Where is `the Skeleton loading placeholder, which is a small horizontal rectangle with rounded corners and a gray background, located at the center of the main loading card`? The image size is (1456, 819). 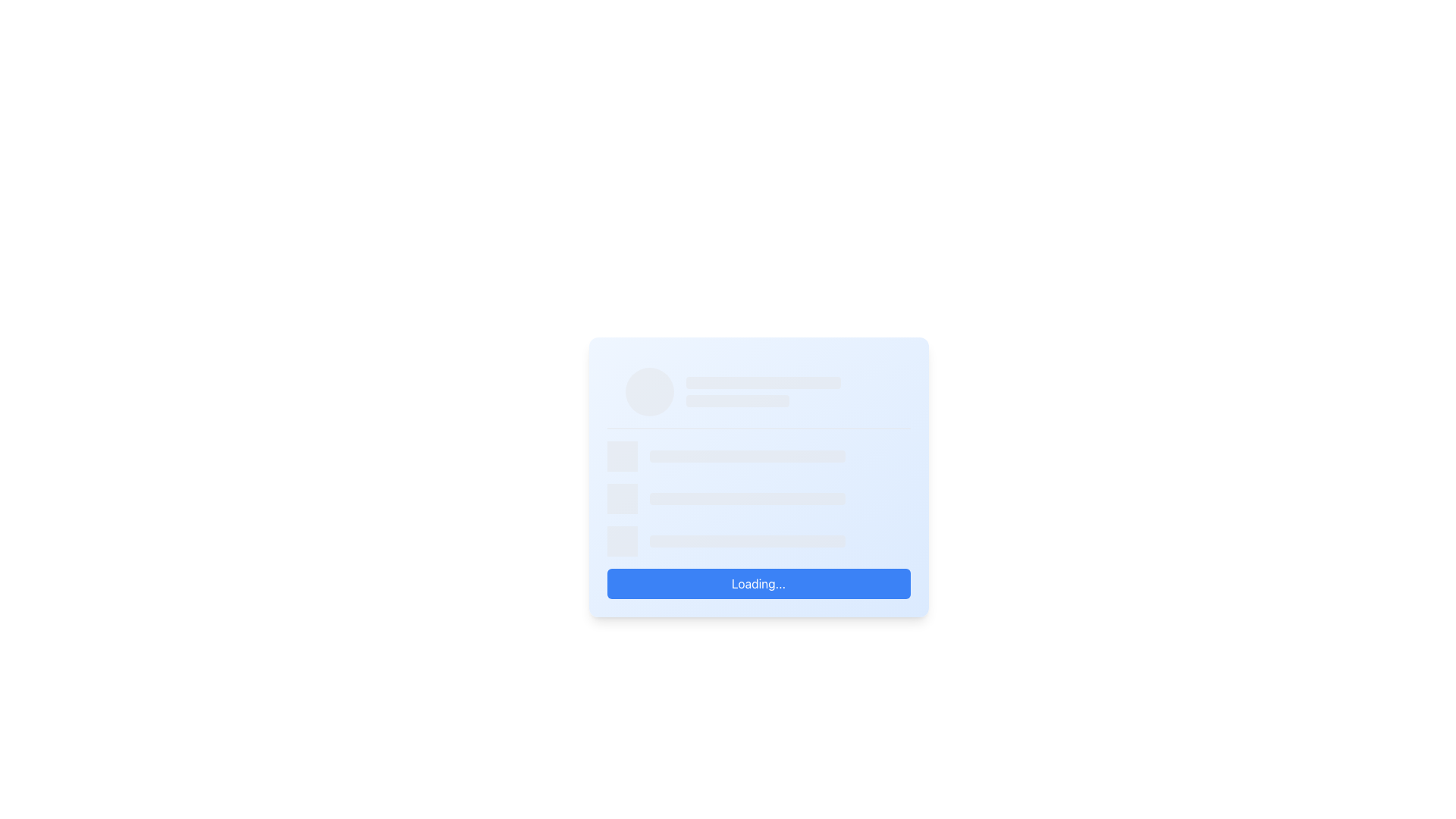
the Skeleton loading placeholder, which is a small horizontal rectangle with rounded corners and a gray background, located at the center of the main loading card is located at coordinates (747, 499).